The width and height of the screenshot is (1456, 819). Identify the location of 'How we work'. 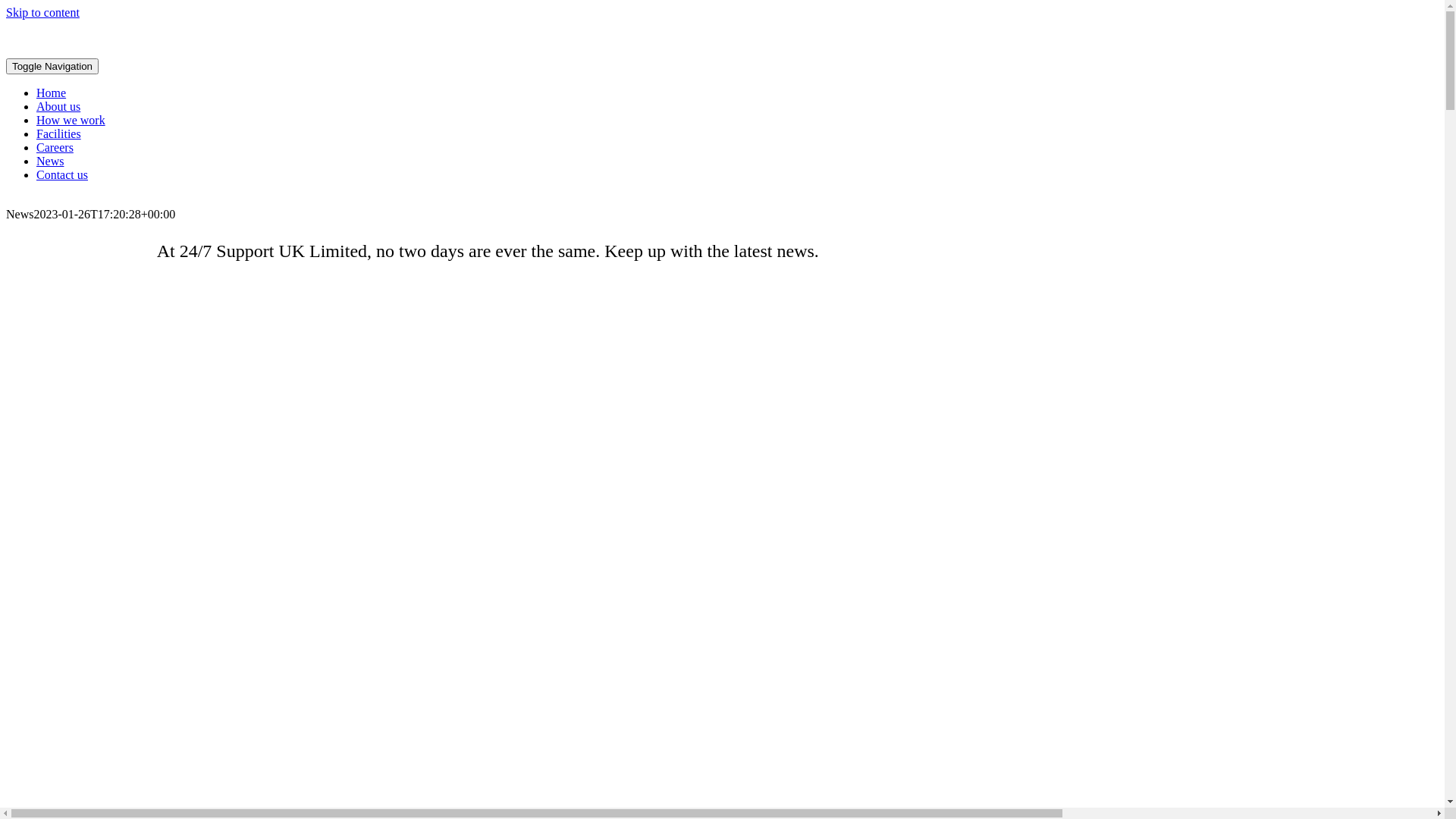
(70, 119).